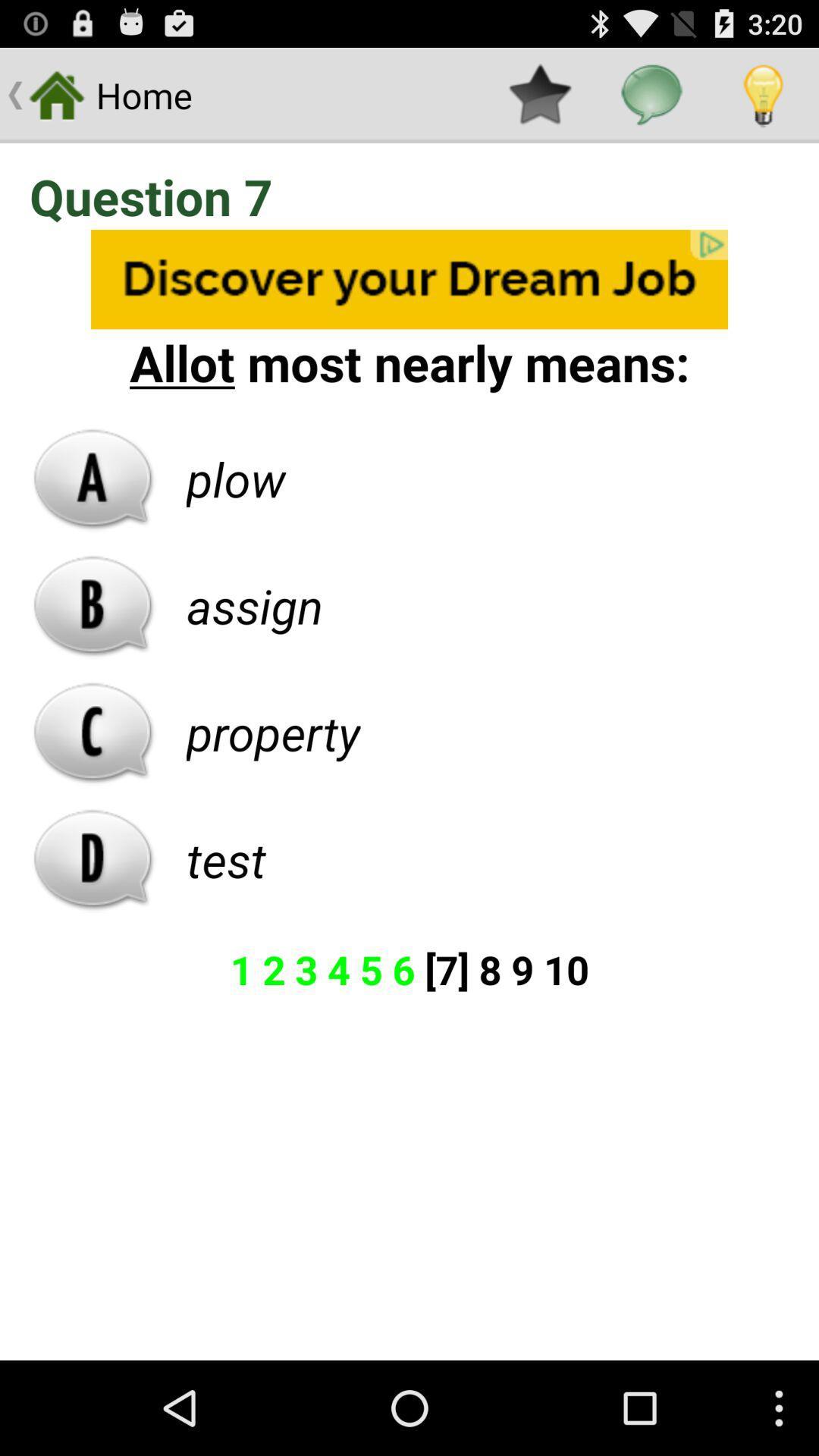 This screenshot has height=1456, width=819. I want to click on the pause icon, so click(93, 919).